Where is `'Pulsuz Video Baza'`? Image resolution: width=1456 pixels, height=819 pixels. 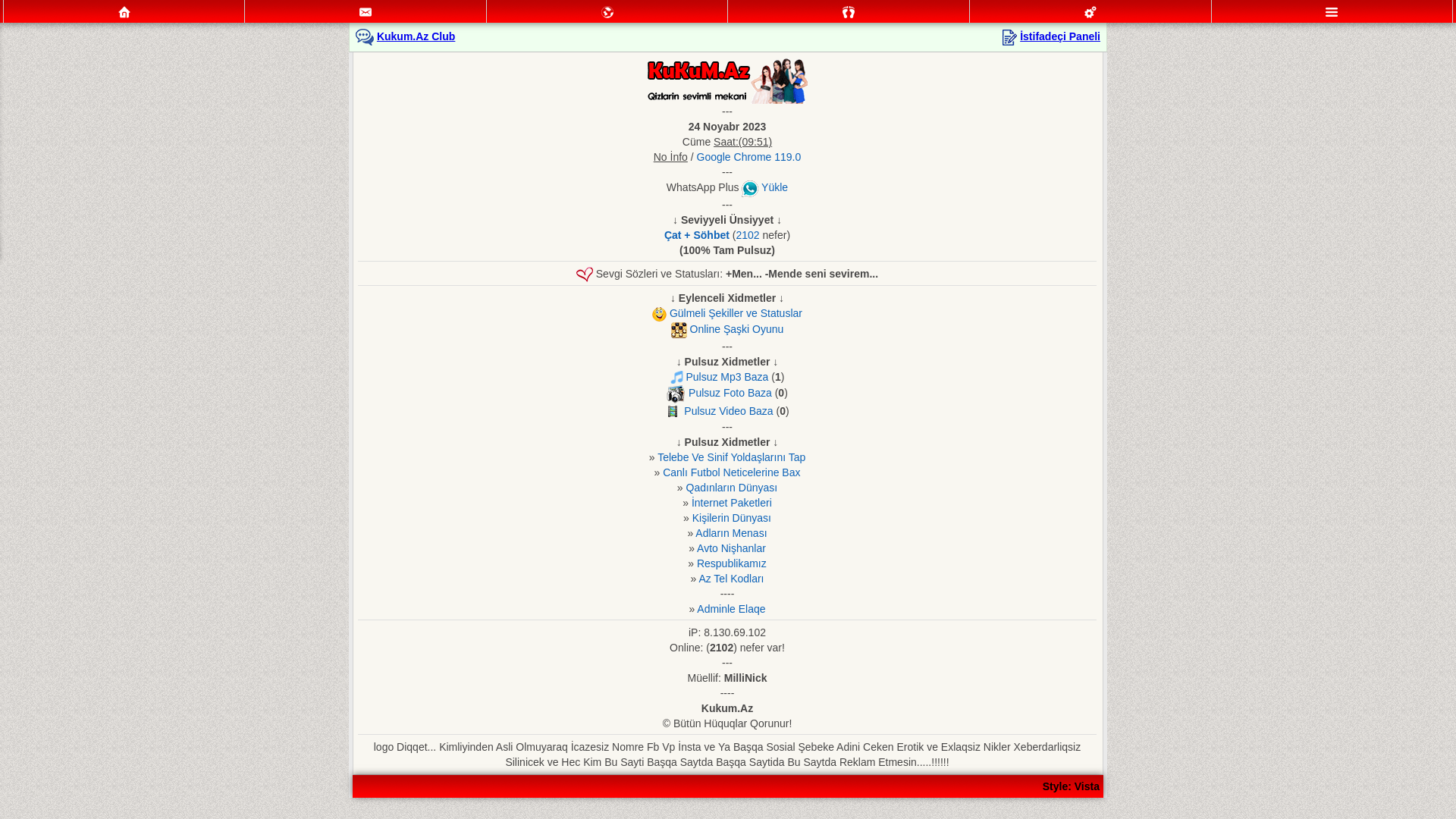 'Pulsuz Video Baza' is located at coordinates (683, 411).